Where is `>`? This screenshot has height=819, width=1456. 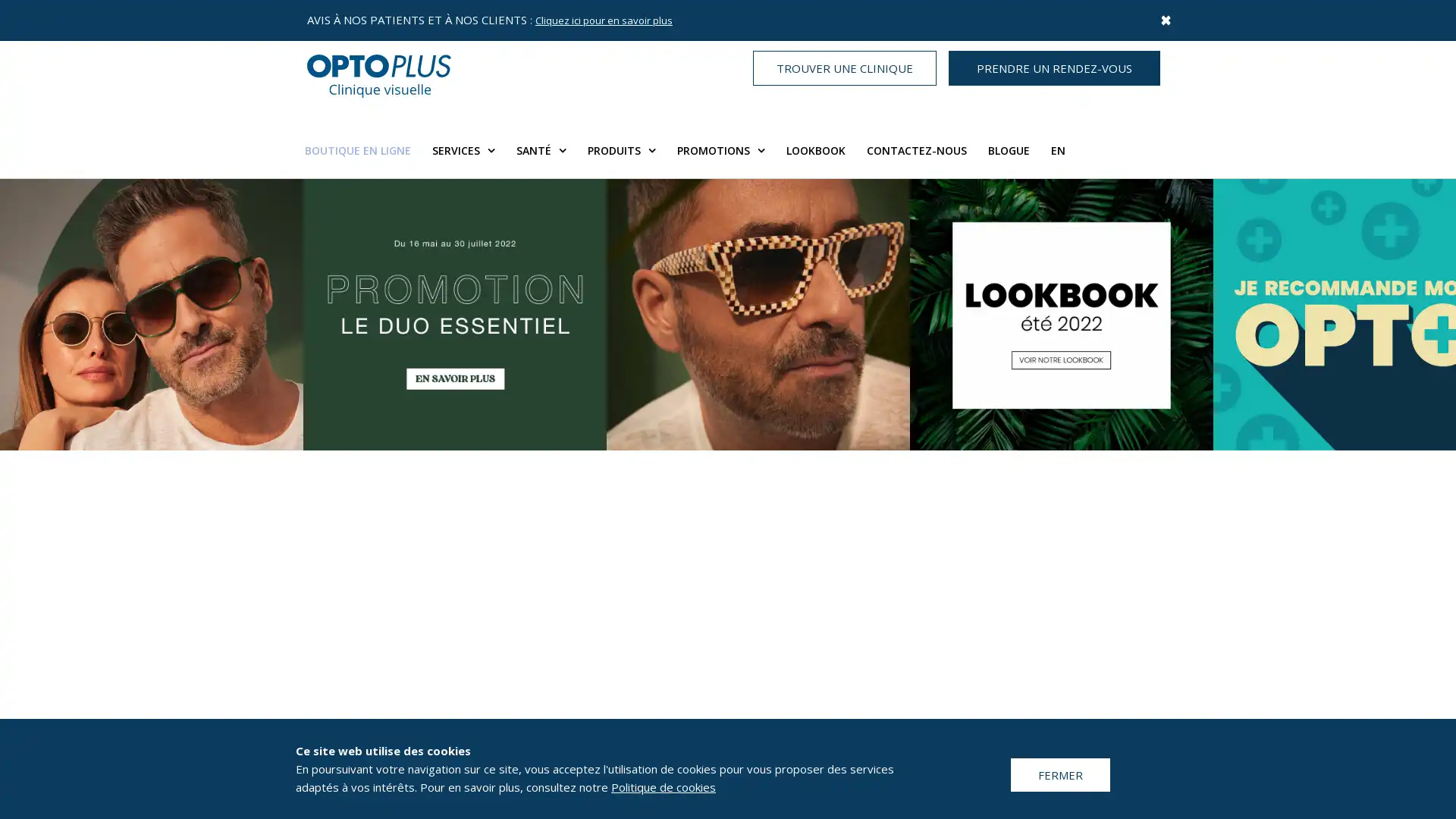 > is located at coordinates (1425, 534).